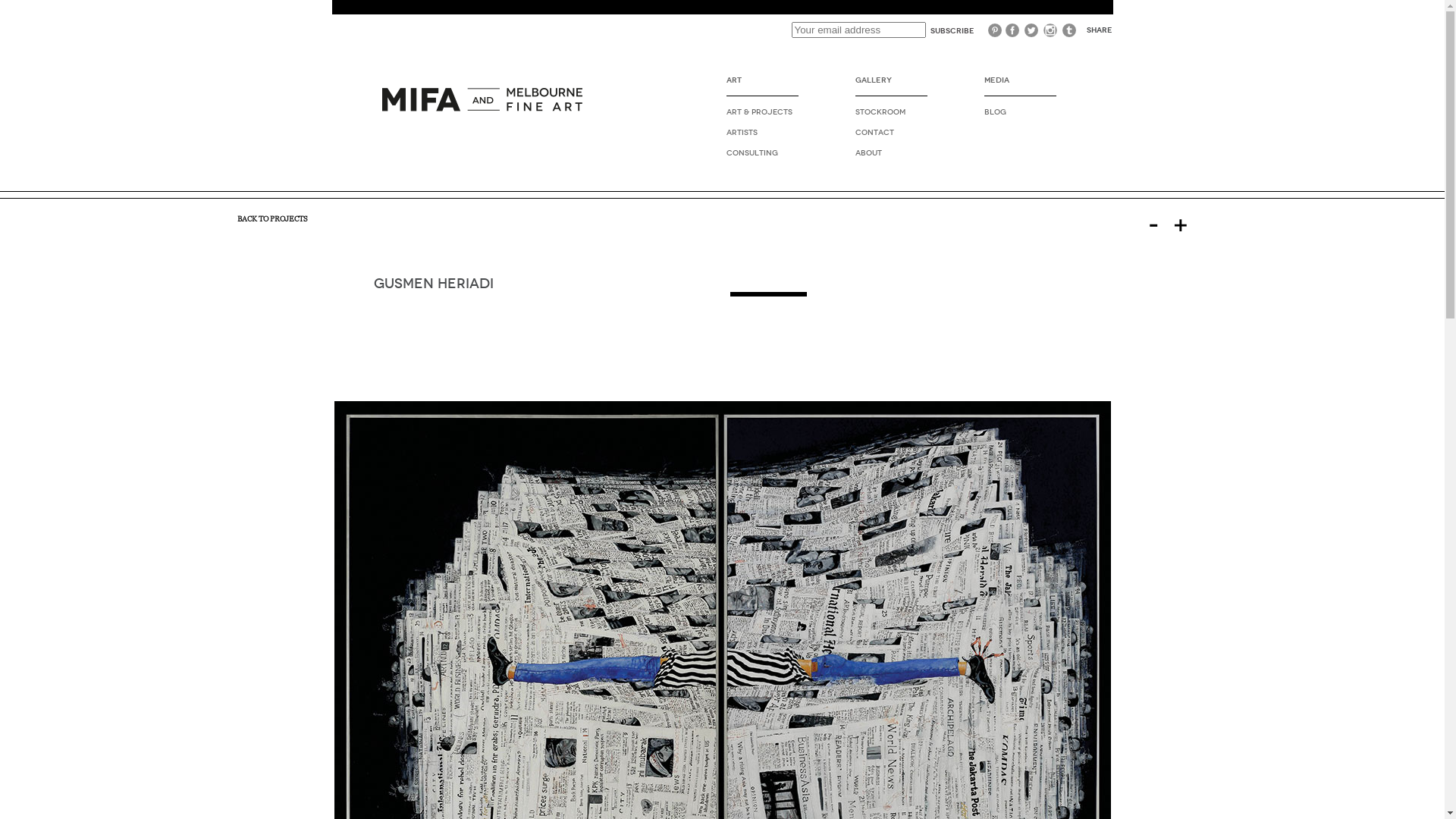 The image size is (1456, 819). I want to click on 'Tumblr', so click(1061, 30).